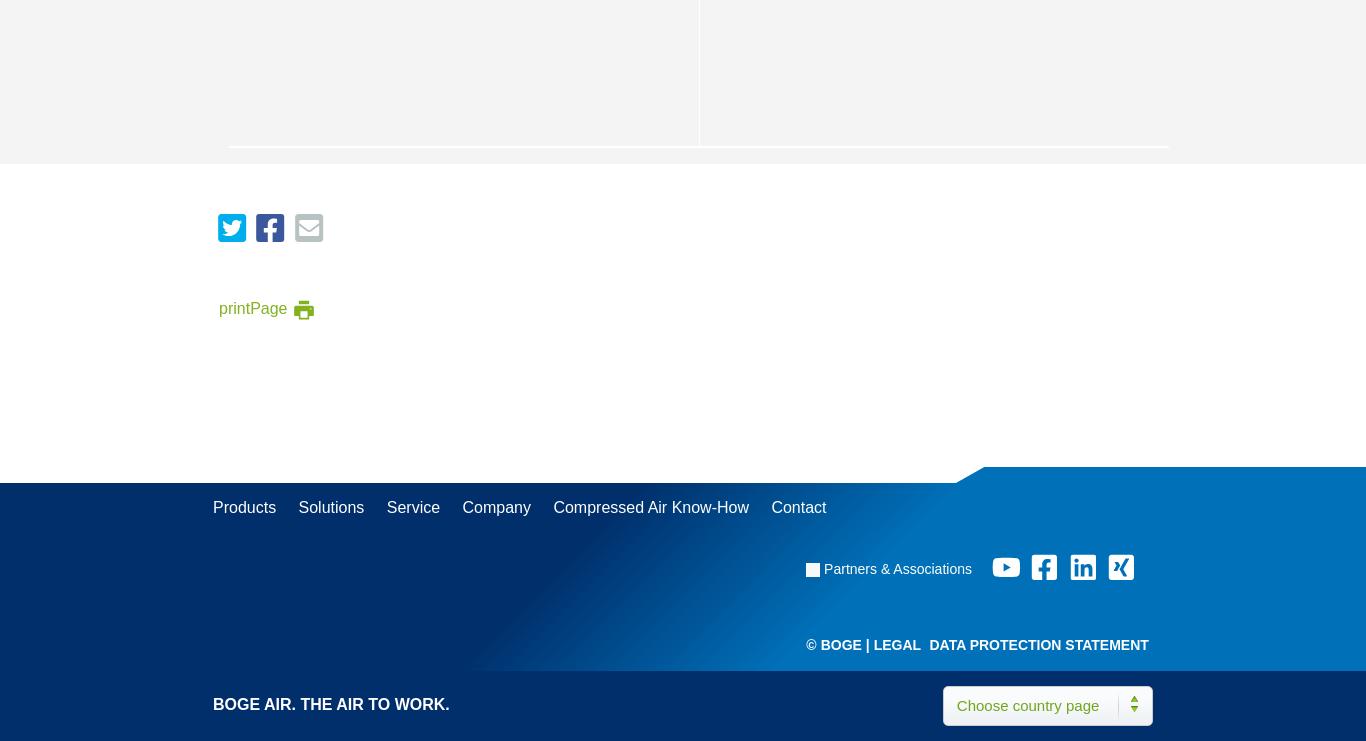 The width and height of the screenshot is (1366, 741). What do you see at coordinates (411, 506) in the screenshot?
I see `'Service'` at bounding box center [411, 506].